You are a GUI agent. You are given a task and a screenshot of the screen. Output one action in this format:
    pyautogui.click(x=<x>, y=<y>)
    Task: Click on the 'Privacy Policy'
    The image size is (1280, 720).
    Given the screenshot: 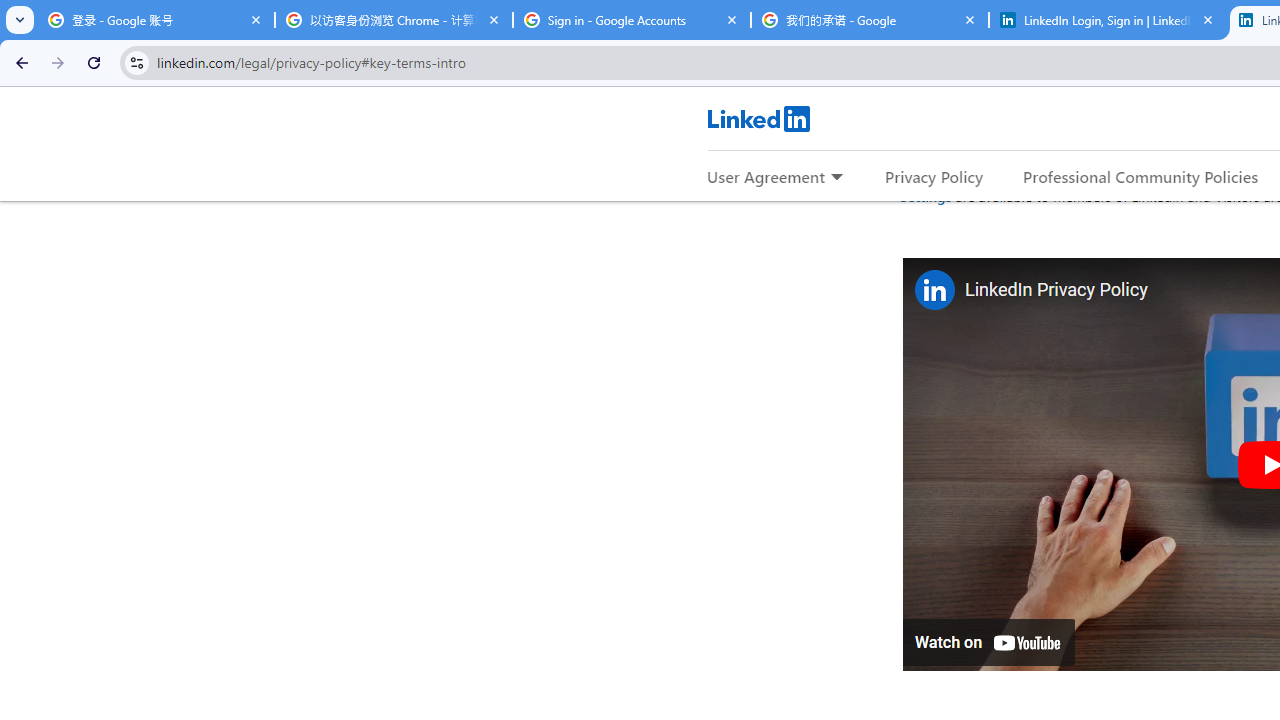 What is the action you would take?
    pyautogui.click(x=933, y=175)
    